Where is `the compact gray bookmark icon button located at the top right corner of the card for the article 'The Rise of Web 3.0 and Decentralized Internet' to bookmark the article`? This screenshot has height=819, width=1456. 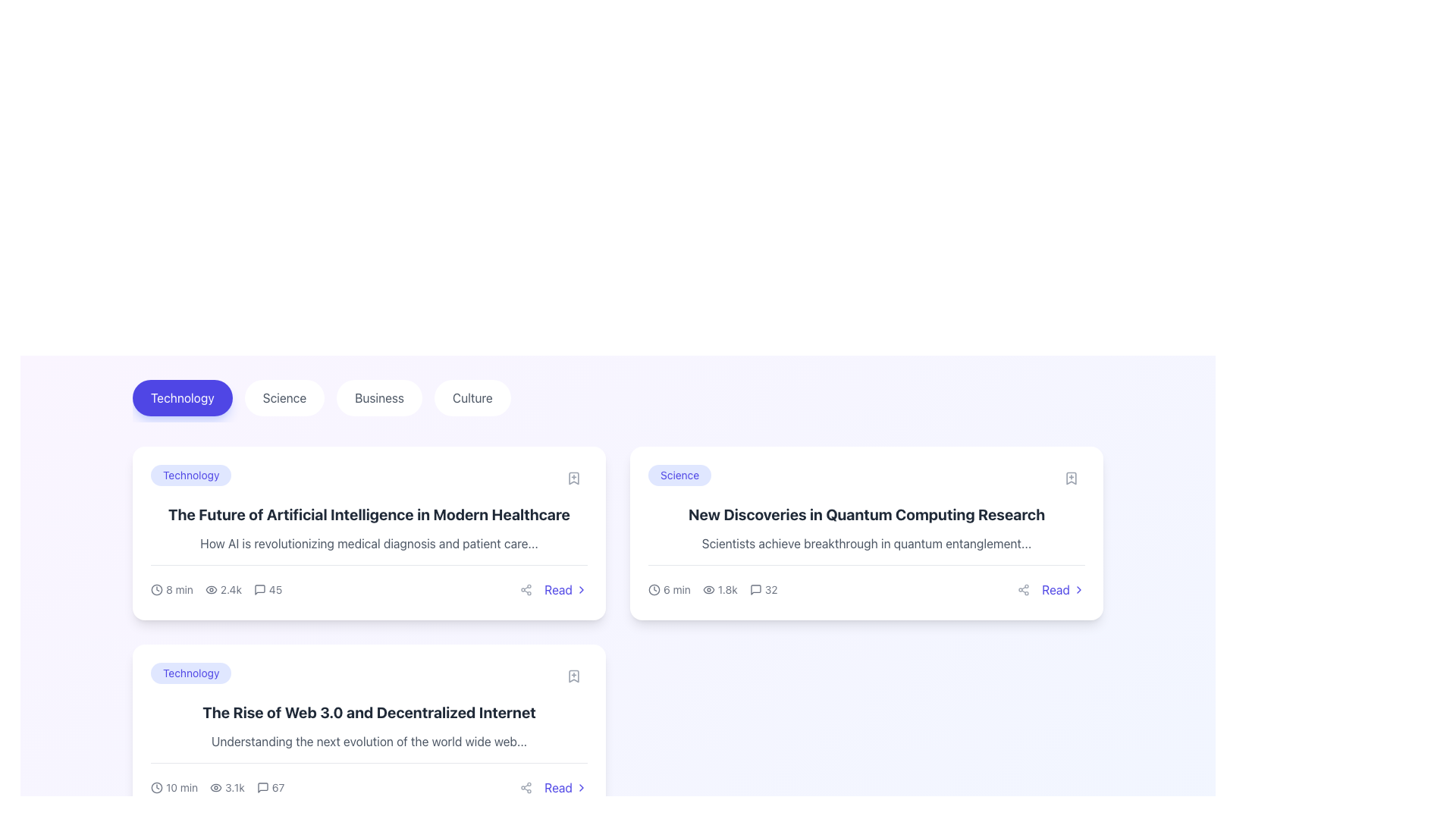 the compact gray bookmark icon button located at the top right corner of the card for the article 'The Rise of Web 3.0 and Decentralized Internet' to bookmark the article is located at coordinates (573, 675).